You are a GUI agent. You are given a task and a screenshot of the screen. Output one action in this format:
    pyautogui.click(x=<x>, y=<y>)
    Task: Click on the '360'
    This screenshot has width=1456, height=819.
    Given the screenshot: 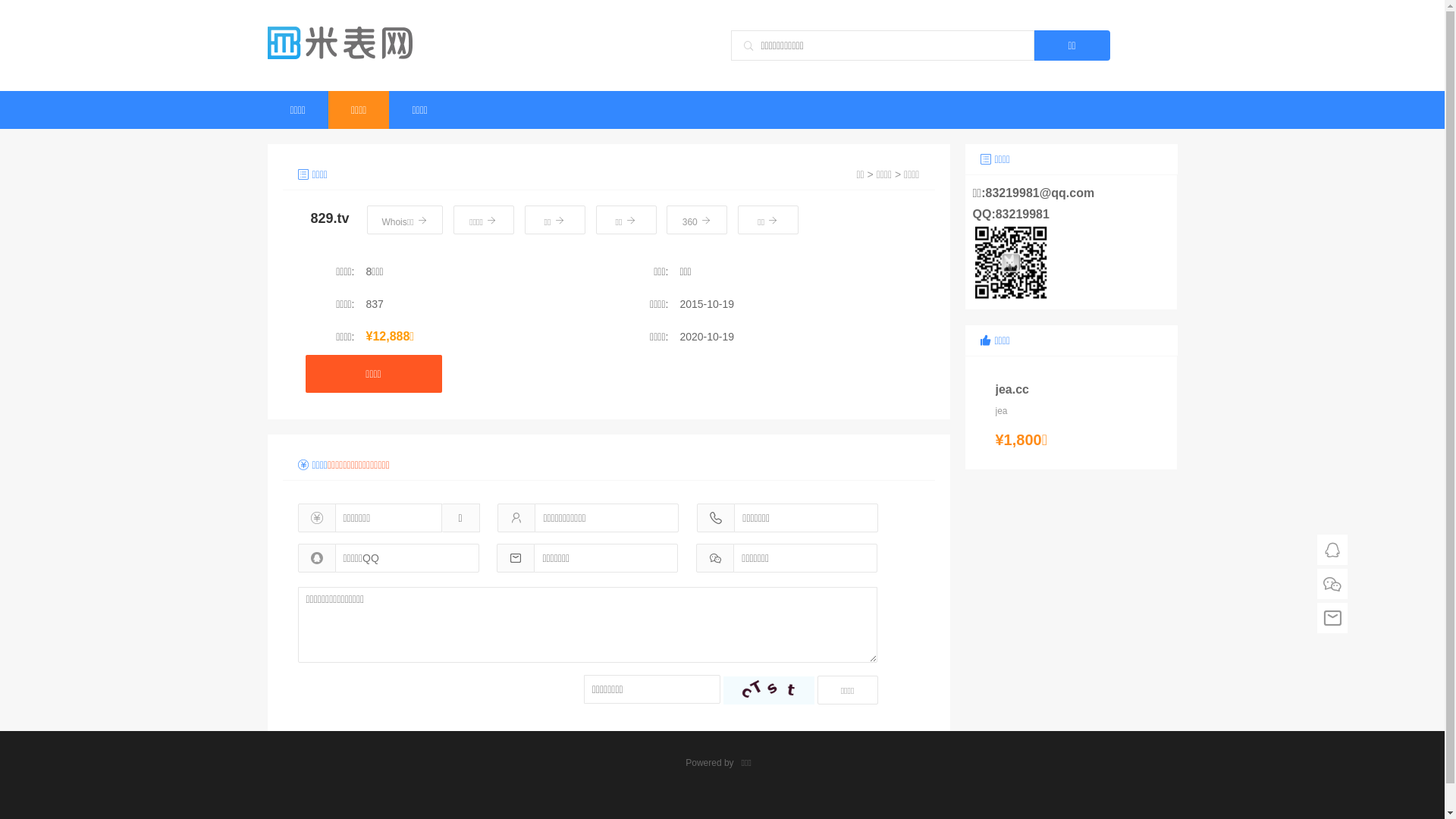 What is the action you would take?
    pyautogui.click(x=695, y=219)
    